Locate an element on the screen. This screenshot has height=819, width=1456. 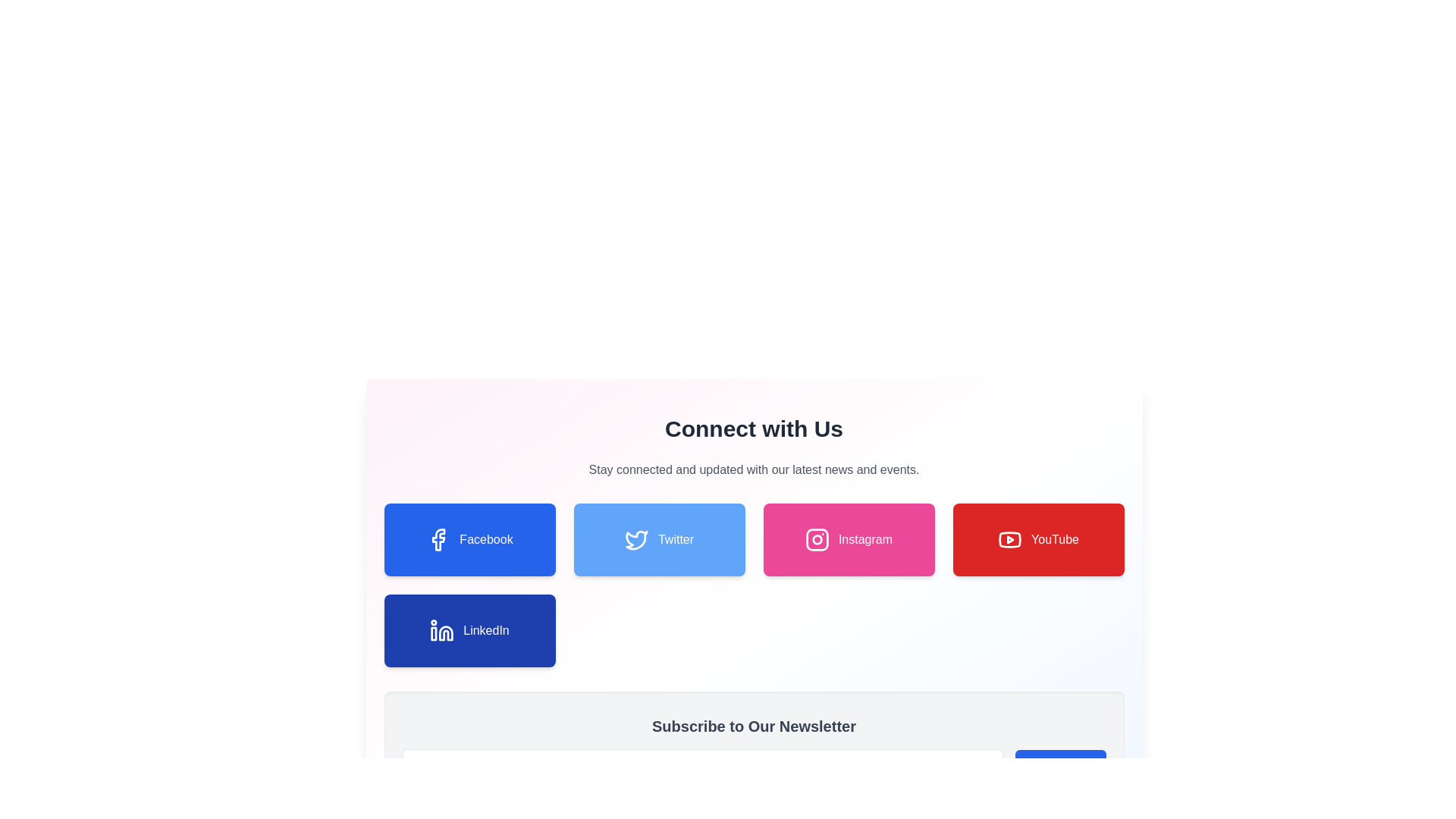
the 'Twitter' text label, which is displayed in white font on a blue background, located in the 'Connect with Us' section between the 'Facebook' and 'Instagram' buttons is located at coordinates (675, 539).